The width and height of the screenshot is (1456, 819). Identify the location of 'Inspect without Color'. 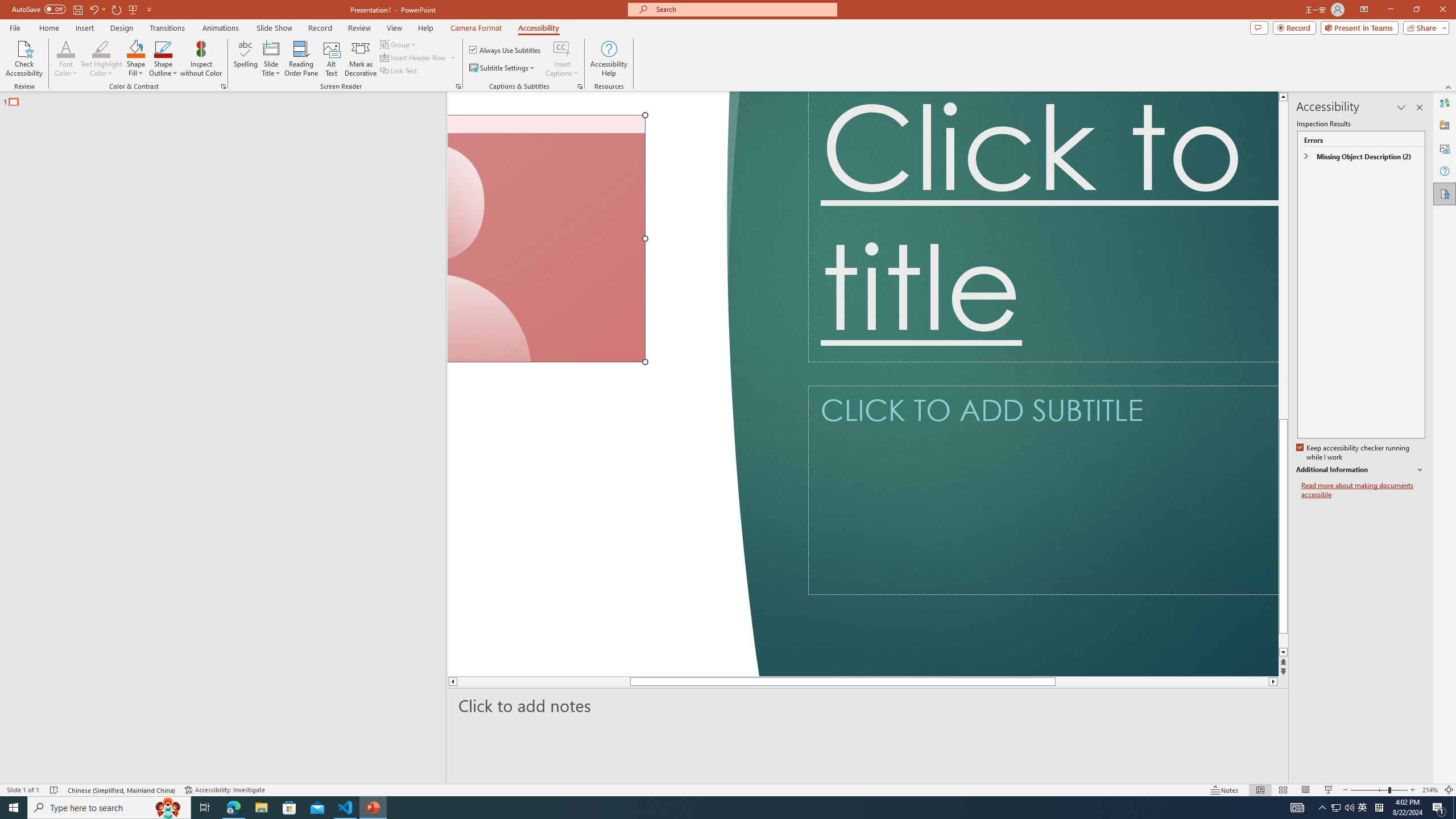
(201, 59).